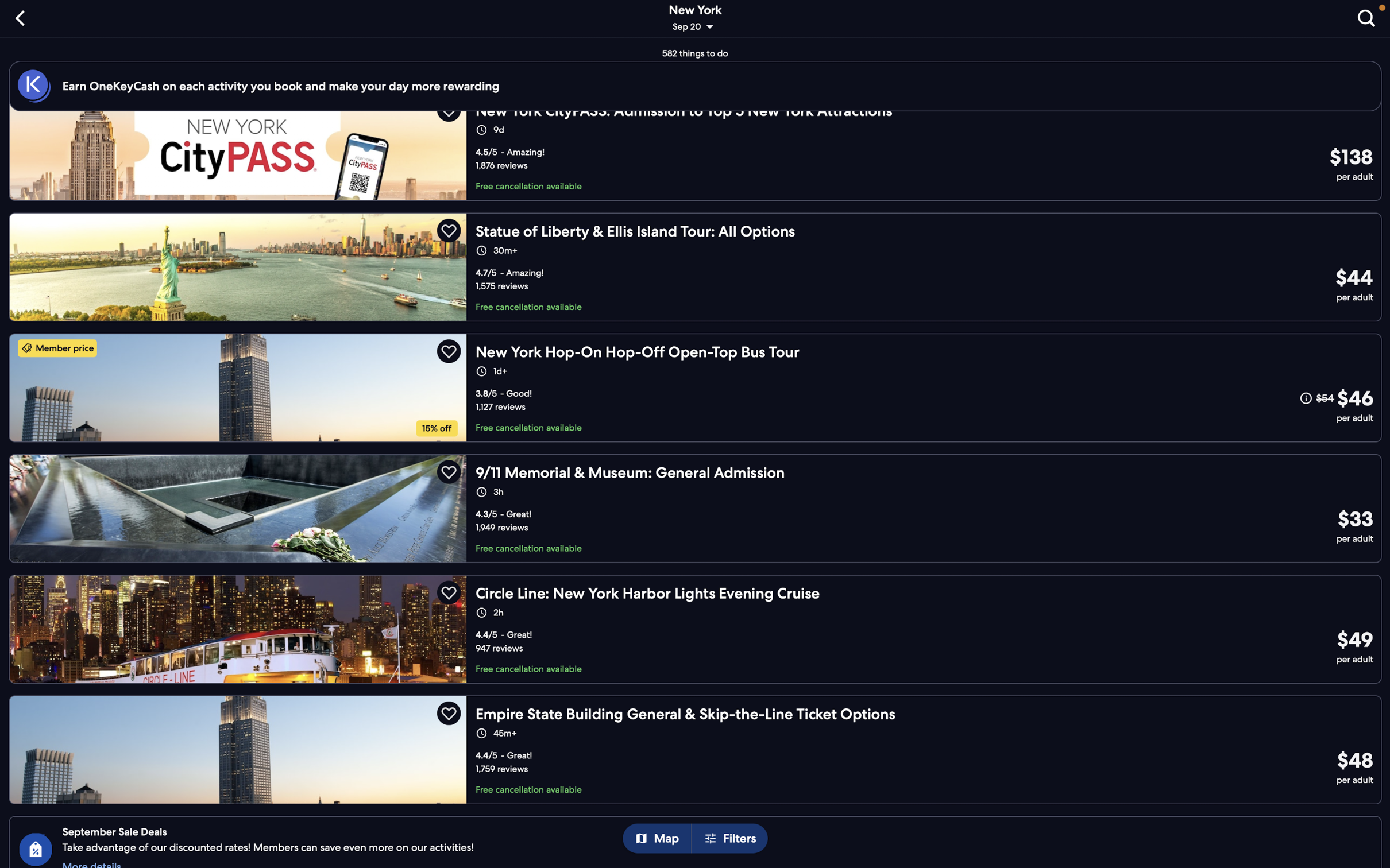 The image size is (1390, 868). What do you see at coordinates (733, 839) in the screenshot?
I see `the filters button to adjust your selection` at bounding box center [733, 839].